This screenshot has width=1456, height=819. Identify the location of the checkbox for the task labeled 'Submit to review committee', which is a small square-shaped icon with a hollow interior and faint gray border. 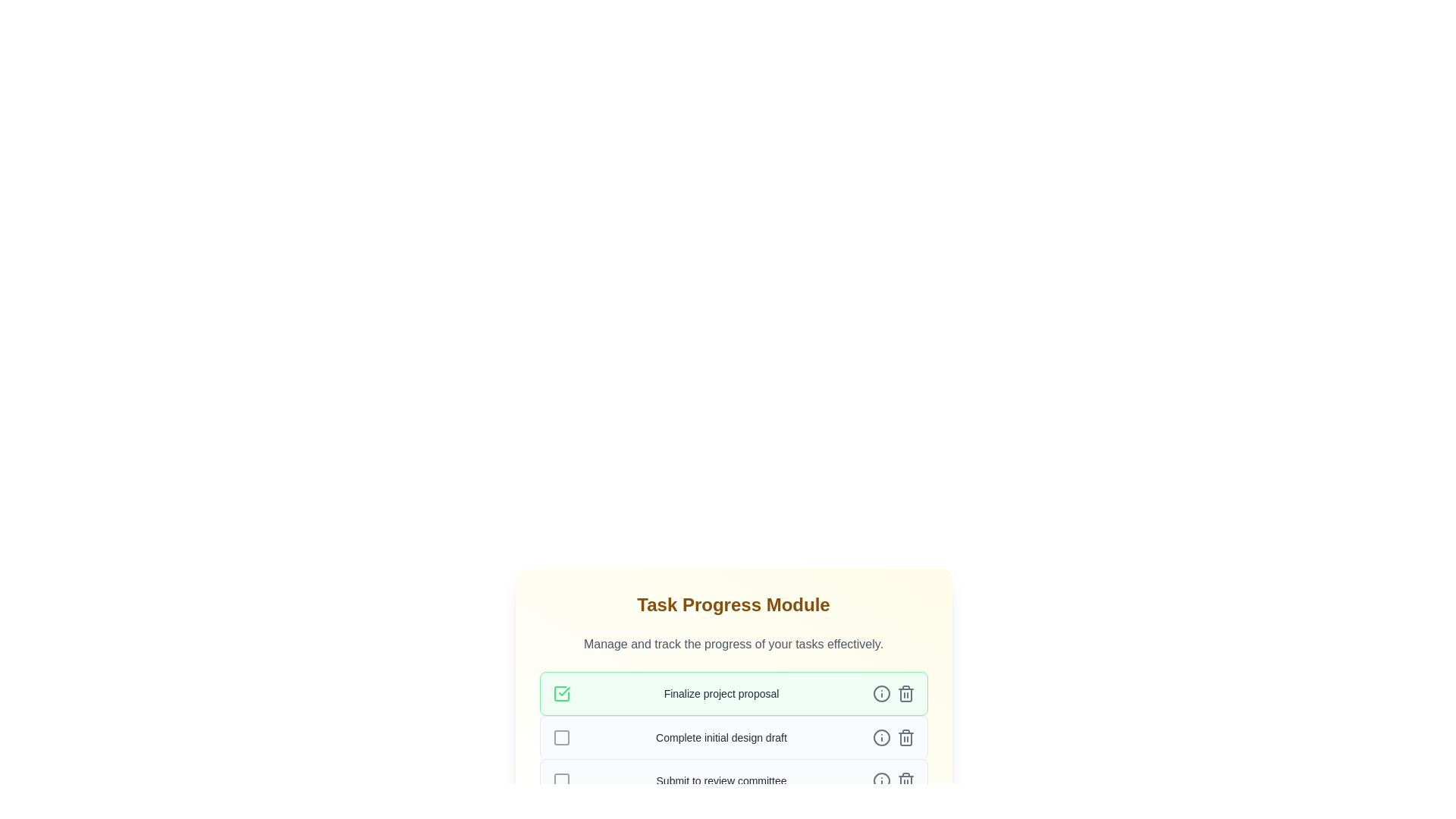
(560, 780).